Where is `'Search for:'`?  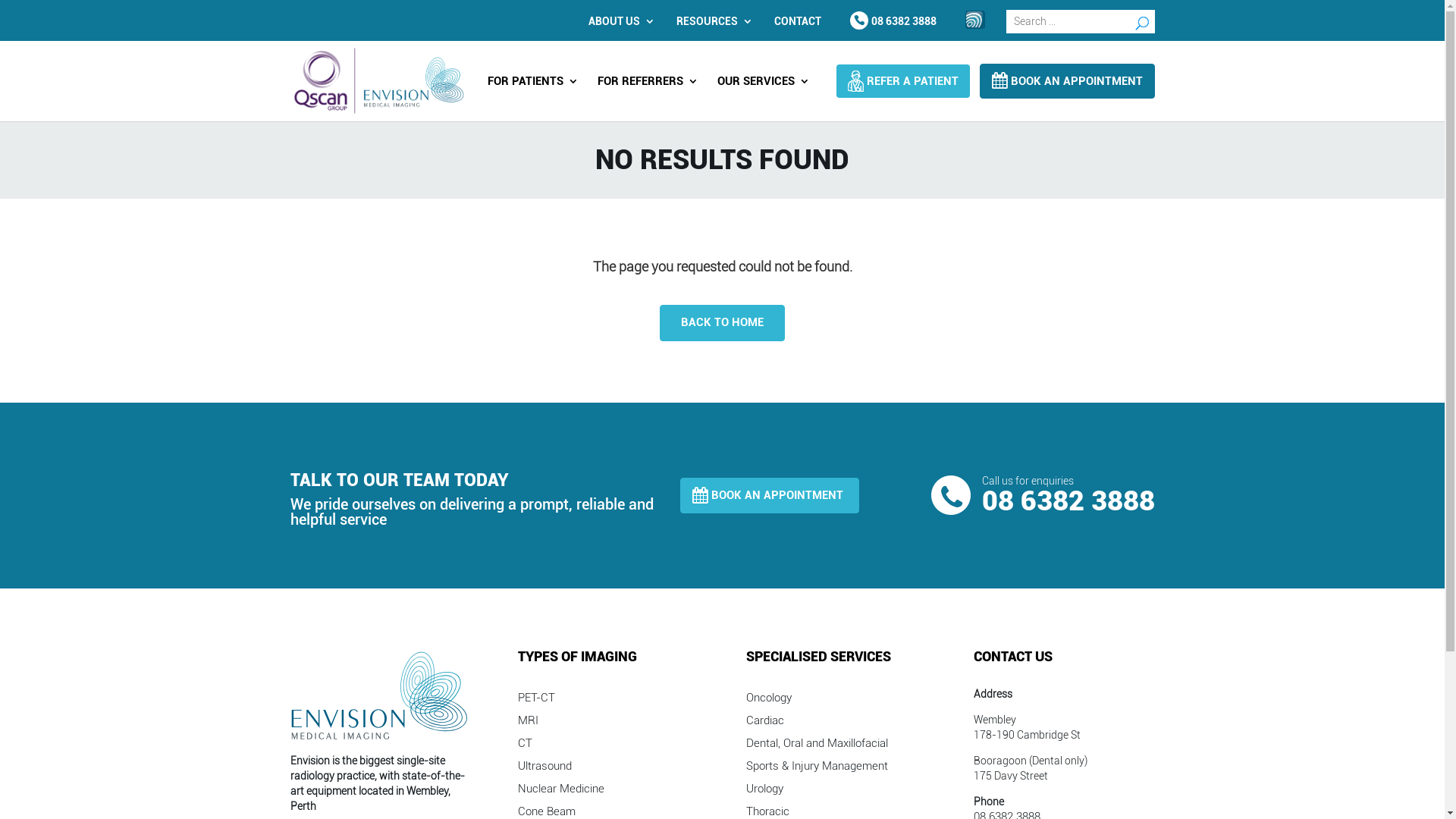 'Search for:' is located at coordinates (1079, 21).